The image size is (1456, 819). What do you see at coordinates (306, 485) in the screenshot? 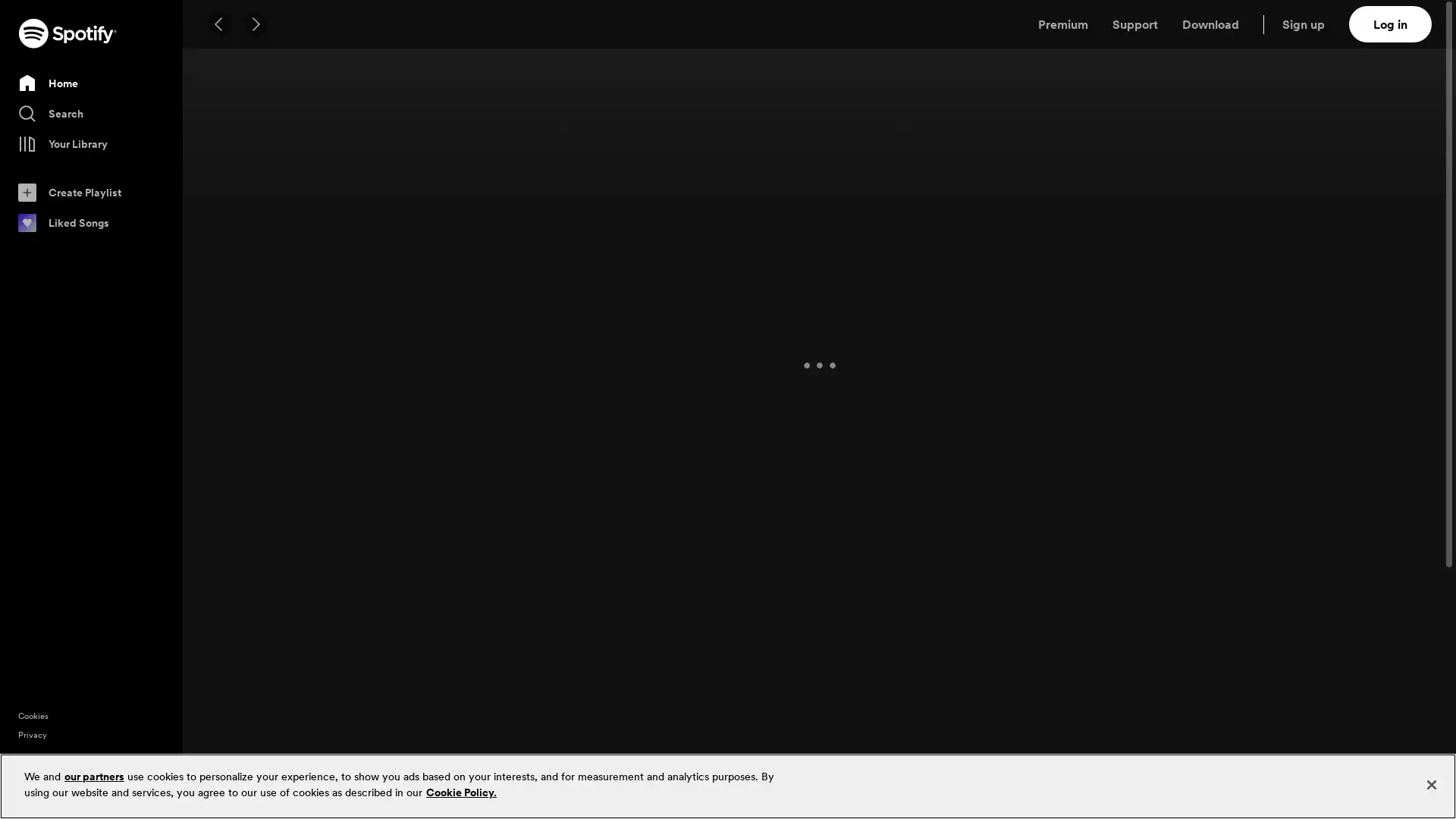
I see `Play Deep Focus` at bounding box center [306, 485].